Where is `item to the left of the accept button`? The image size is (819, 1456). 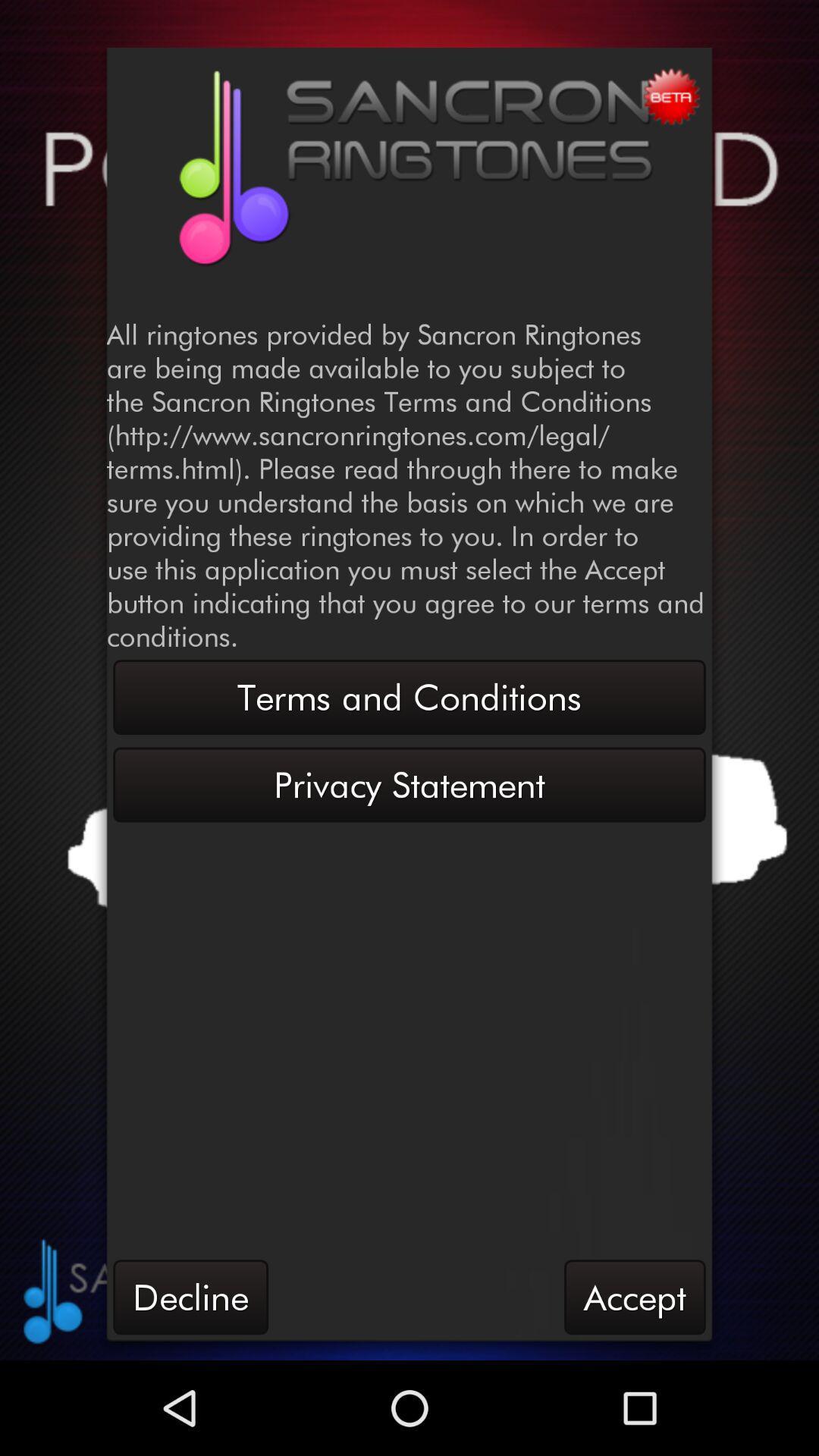
item to the left of the accept button is located at coordinates (190, 1296).